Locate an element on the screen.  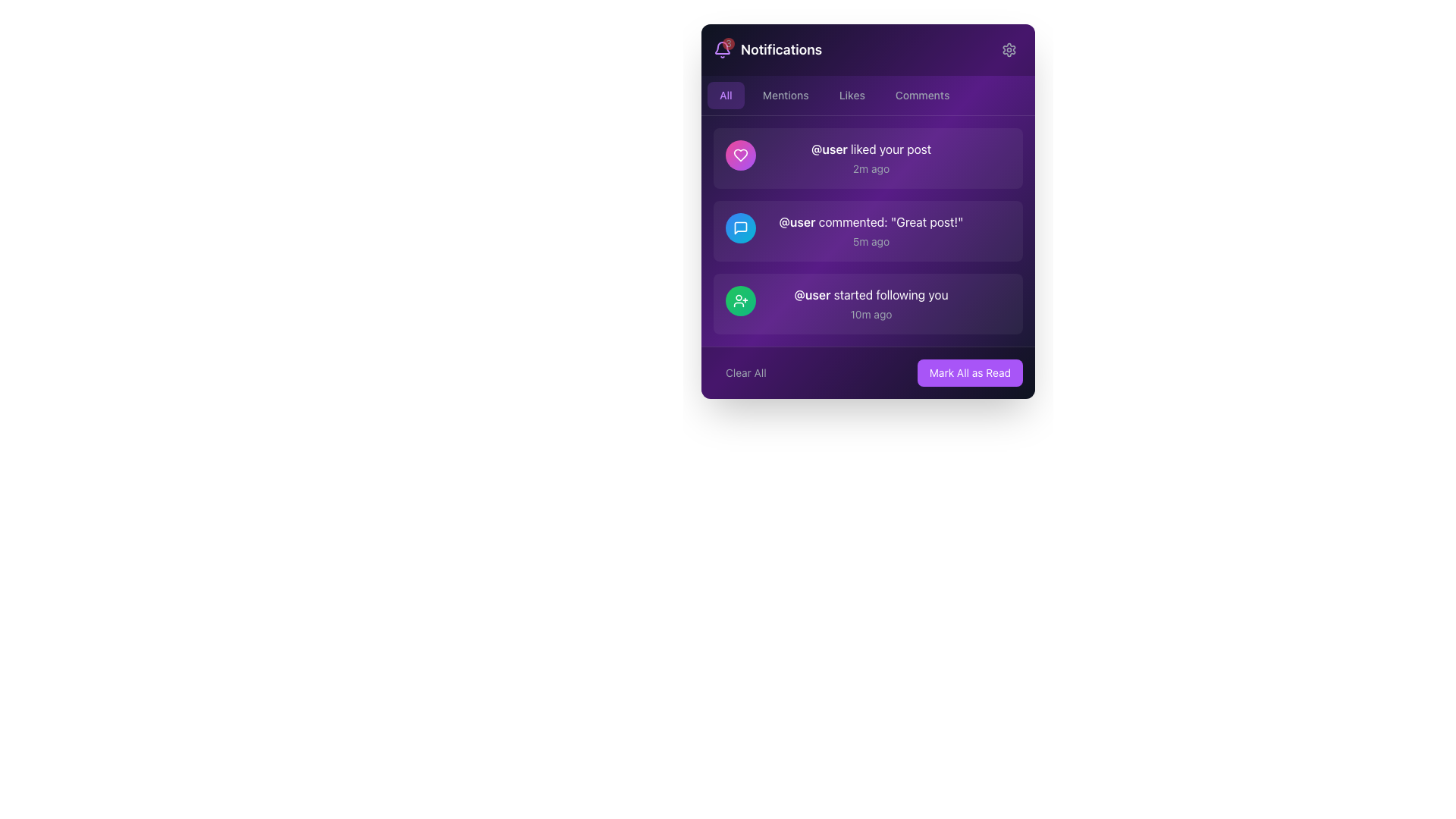
the red circular notification badge with the numeral '3' is located at coordinates (728, 42).